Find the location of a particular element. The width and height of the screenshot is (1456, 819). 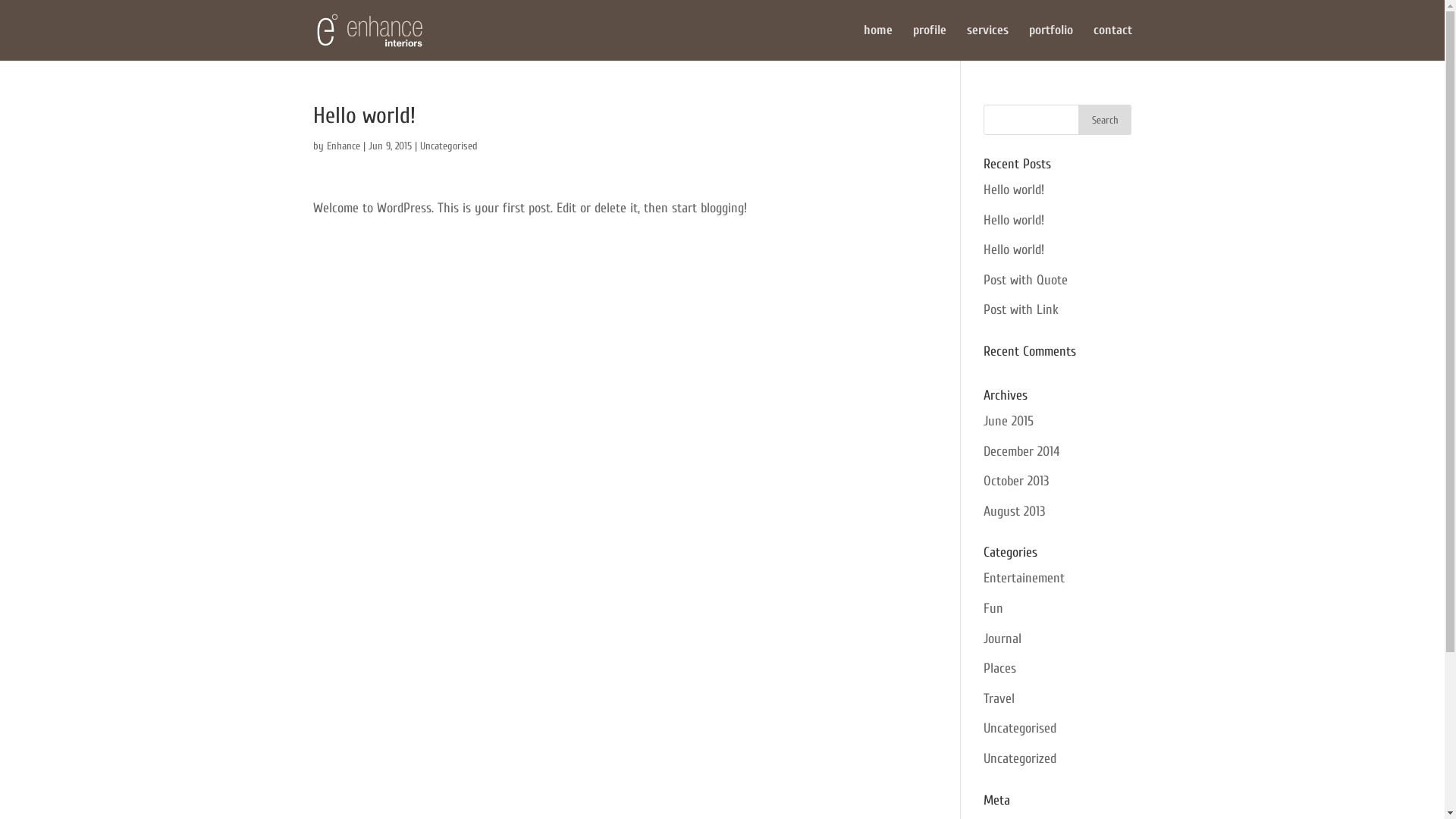

'Post with Link' is located at coordinates (1021, 309).